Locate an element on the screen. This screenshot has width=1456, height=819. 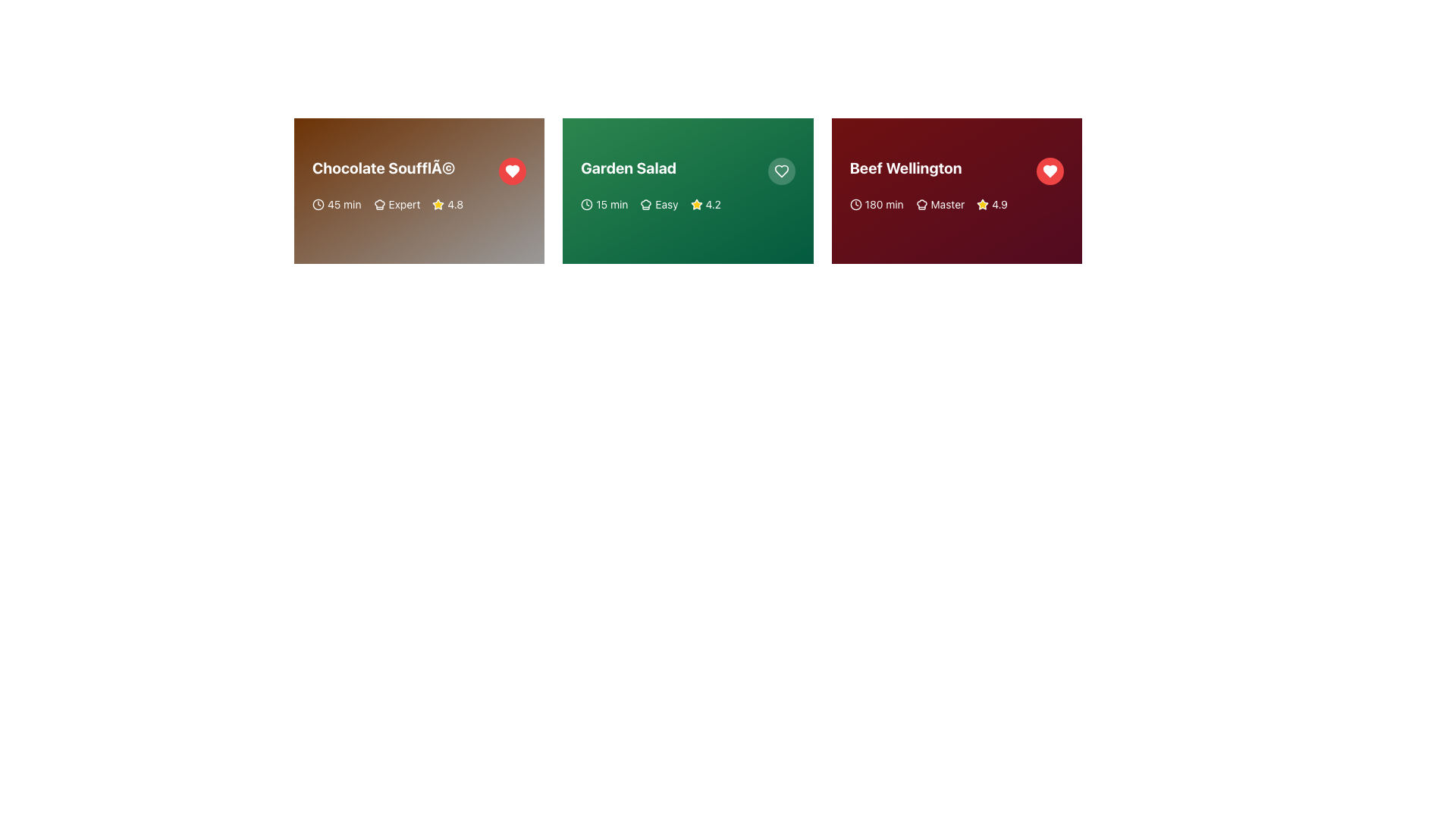
the static text label displaying the word 'Easy', which is styled in small green font and located within the 'Garden Salad' card, positioned between the time and rating icons is located at coordinates (667, 205).